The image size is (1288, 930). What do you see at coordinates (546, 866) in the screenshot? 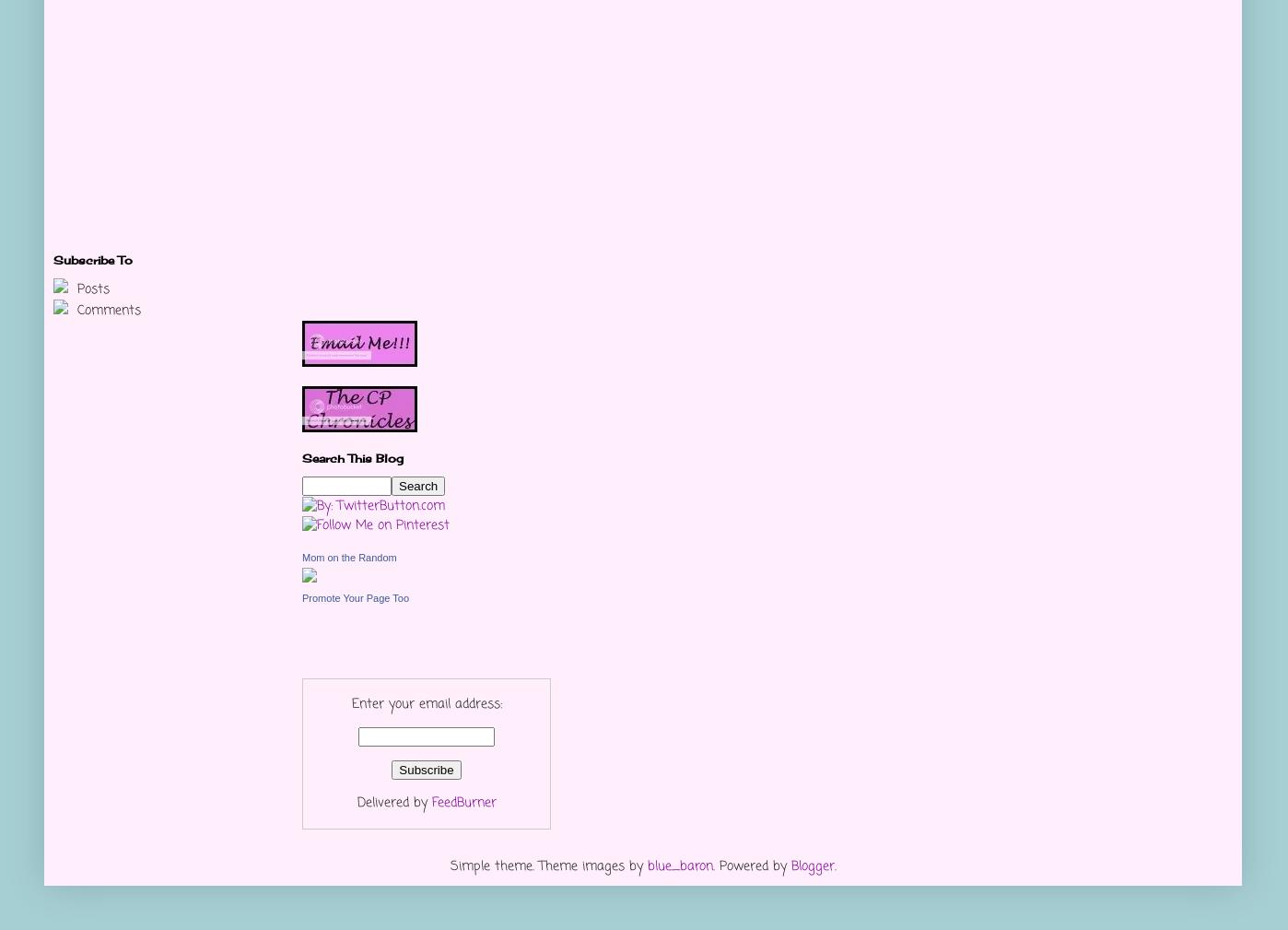
I see `'Simple theme. Theme images by'` at bounding box center [546, 866].